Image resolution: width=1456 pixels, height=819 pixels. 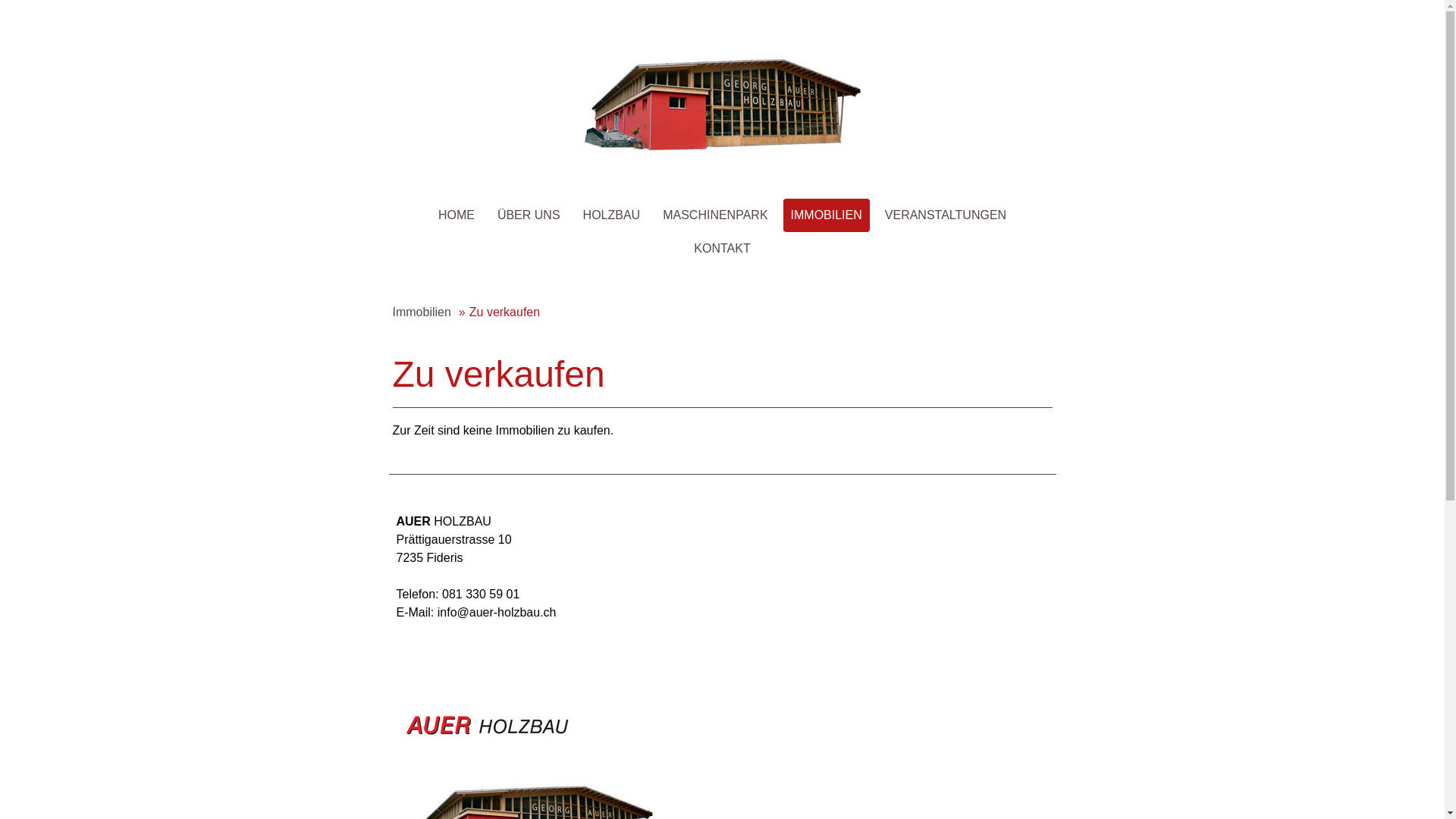 I want to click on 'Immobilien', so click(x=419, y=311).